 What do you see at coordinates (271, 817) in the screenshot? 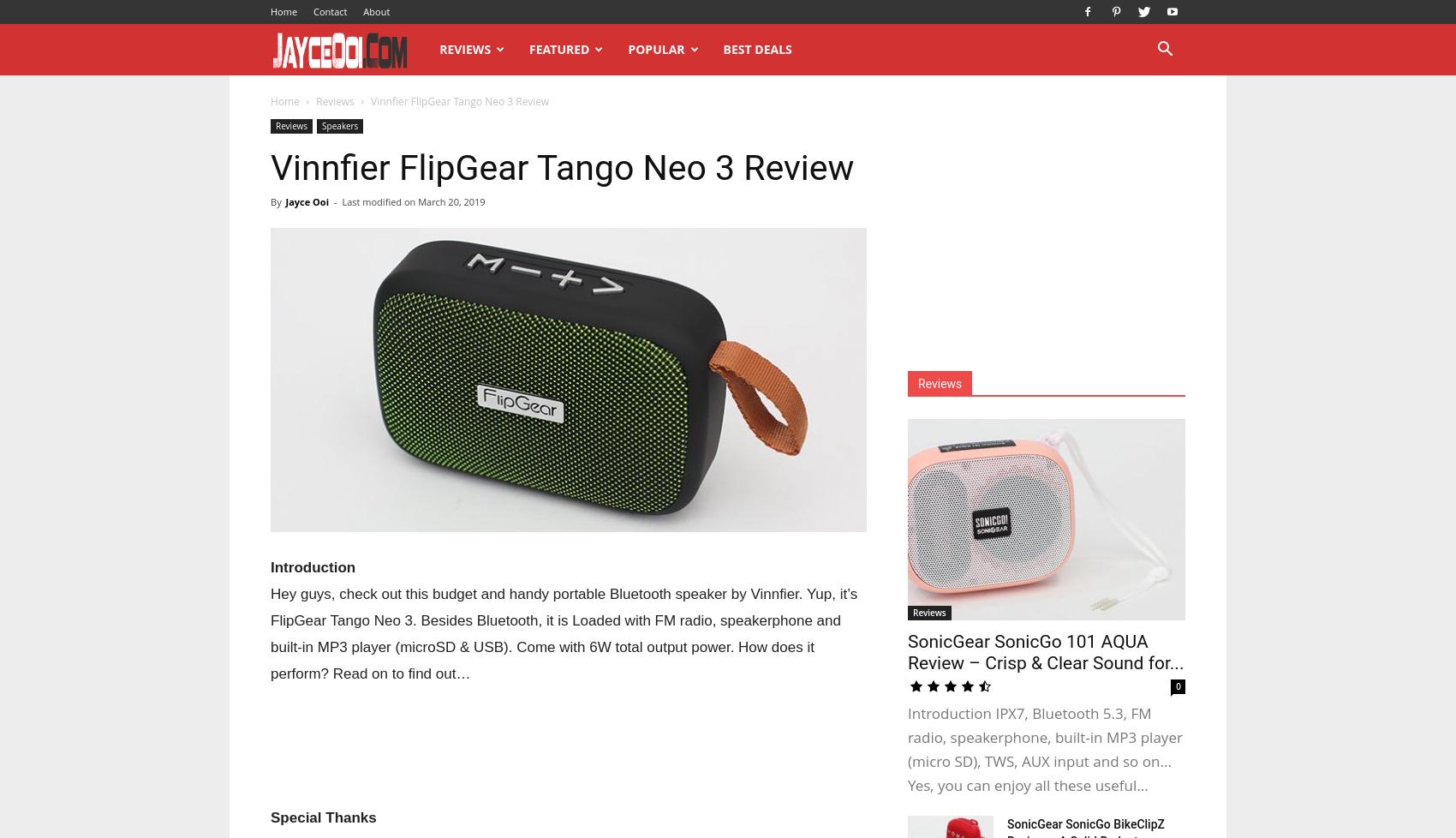
I see `'Special Thanks'` at bounding box center [271, 817].